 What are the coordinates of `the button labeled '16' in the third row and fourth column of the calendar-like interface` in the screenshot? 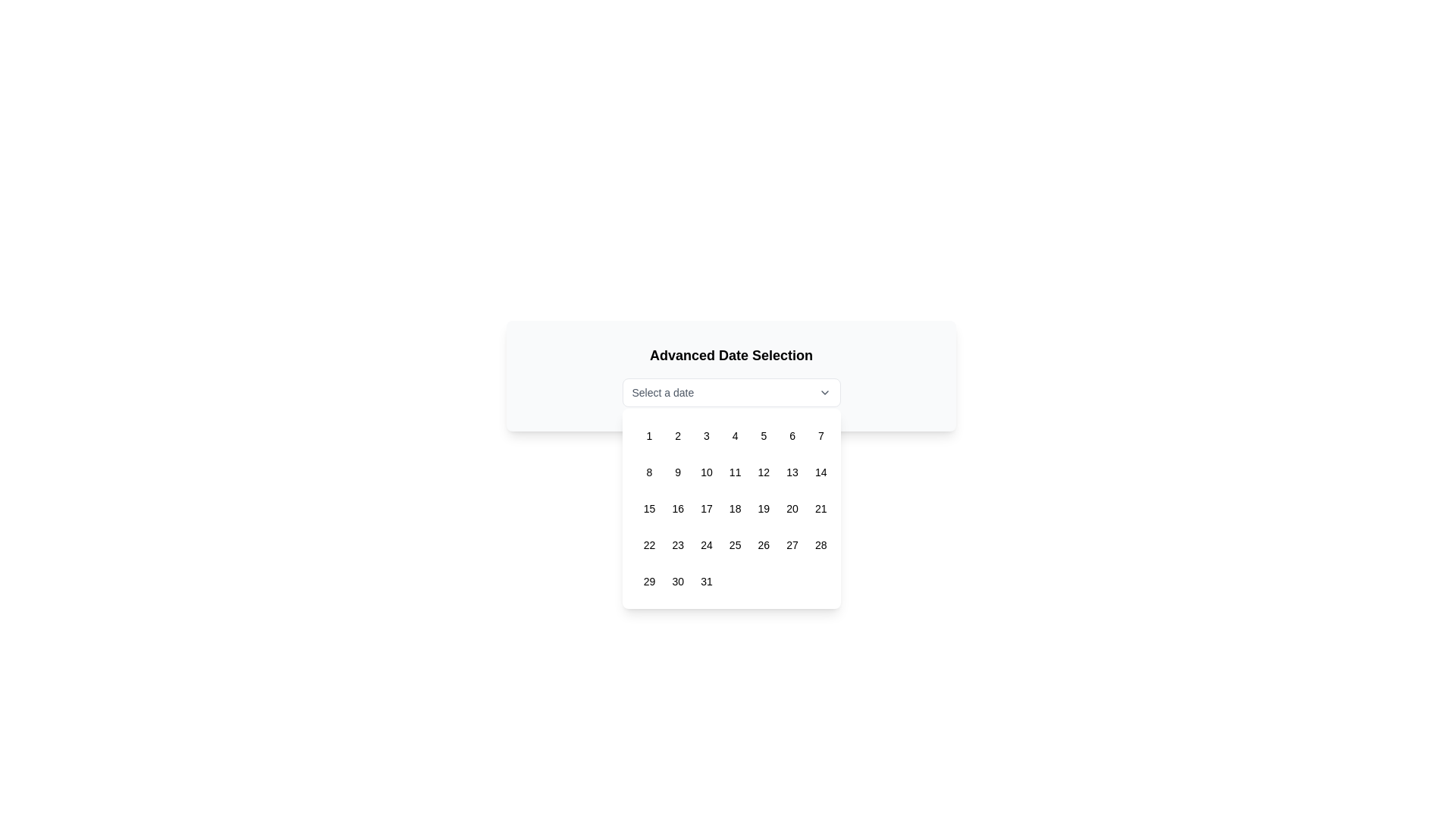 It's located at (676, 509).